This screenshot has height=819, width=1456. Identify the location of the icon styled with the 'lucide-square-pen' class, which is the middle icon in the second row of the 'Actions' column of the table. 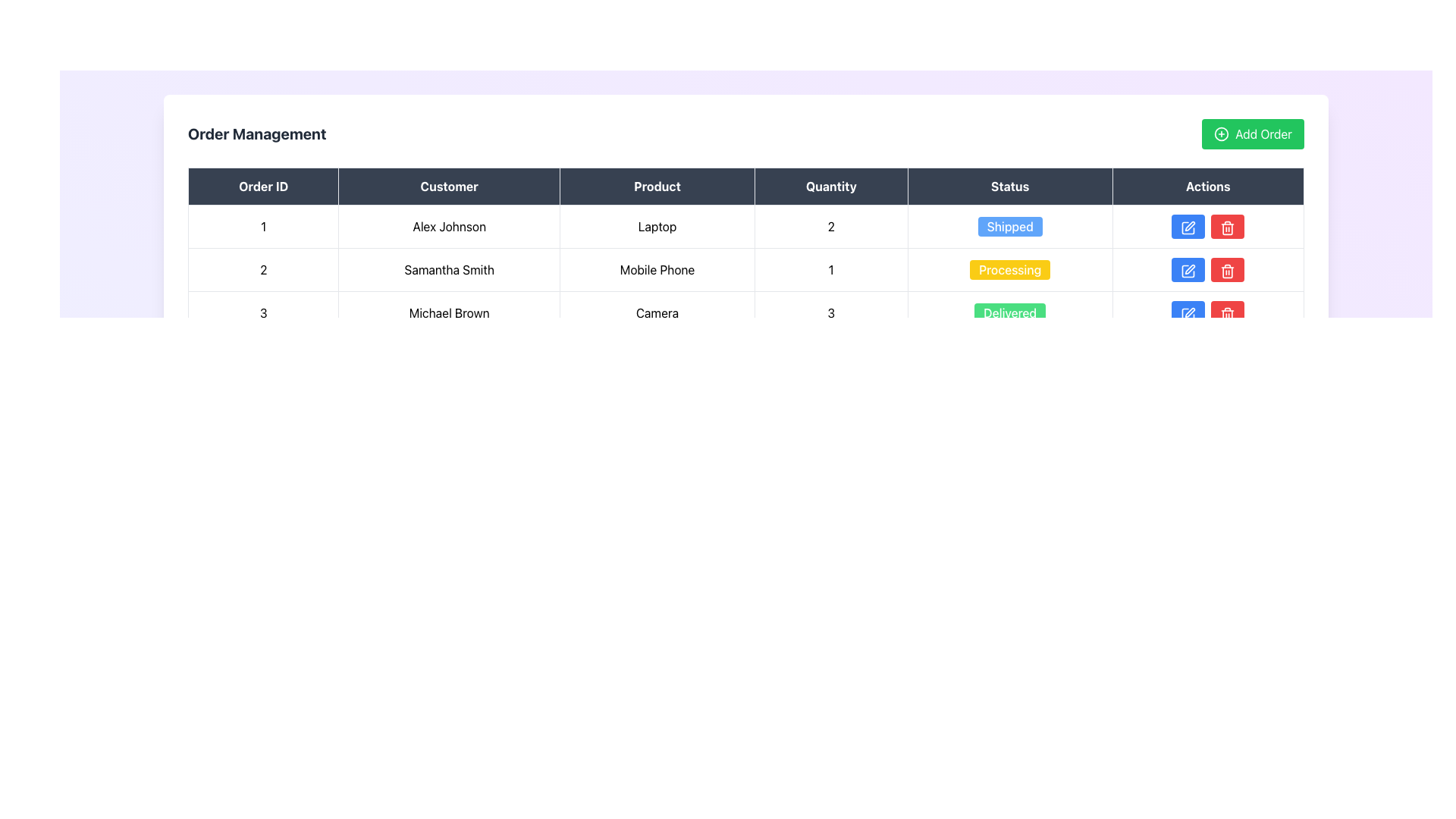
(1188, 270).